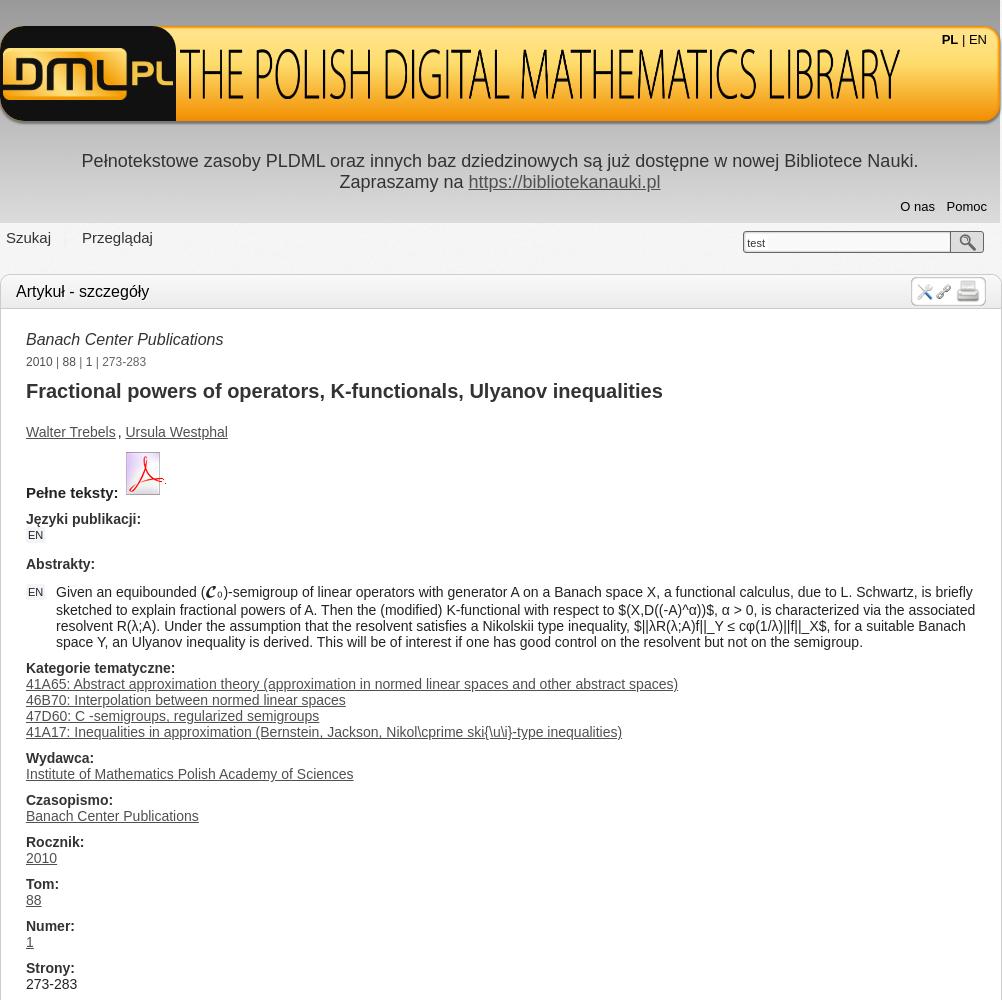 The height and width of the screenshot is (1000, 1002). Describe the element at coordinates (70, 432) in the screenshot. I see `'Walter Trebels'` at that location.